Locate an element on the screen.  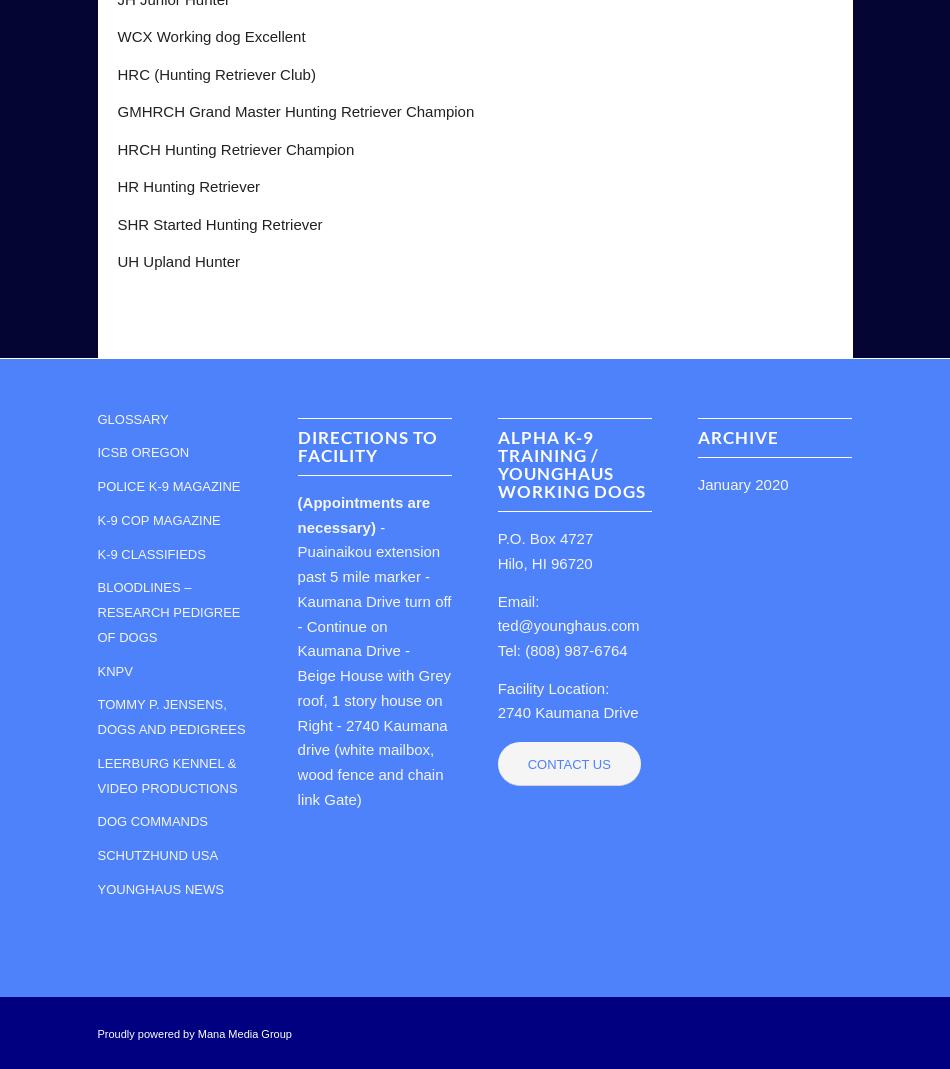
'K-9 COP MAGAZINE' is located at coordinates (158, 518).